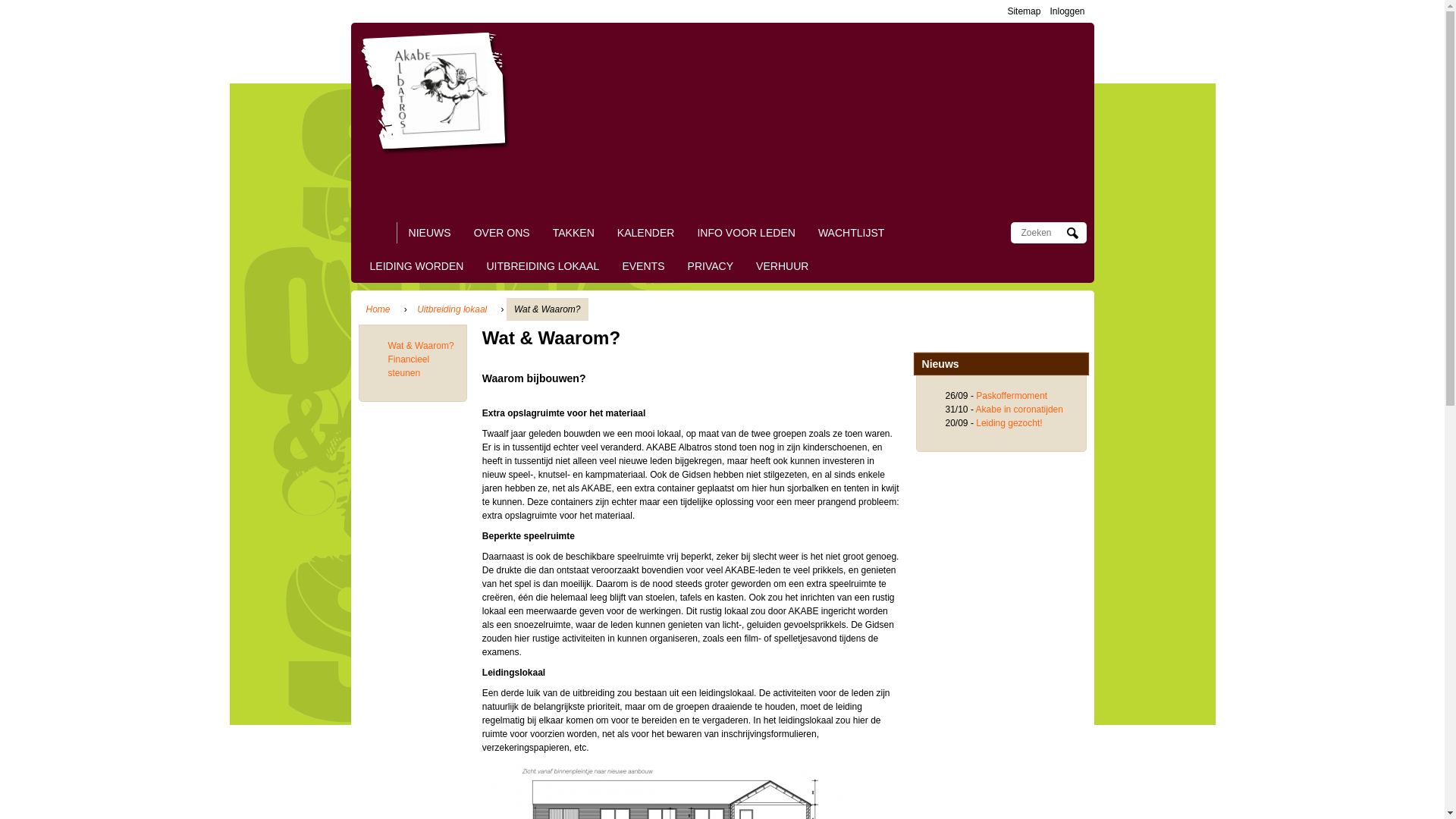 Image resolution: width=1456 pixels, height=819 pixels. What do you see at coordinates (1012, 394) in the screenshot?
I see `'Paskoffermoment'` at bounding box center [1012, 394].